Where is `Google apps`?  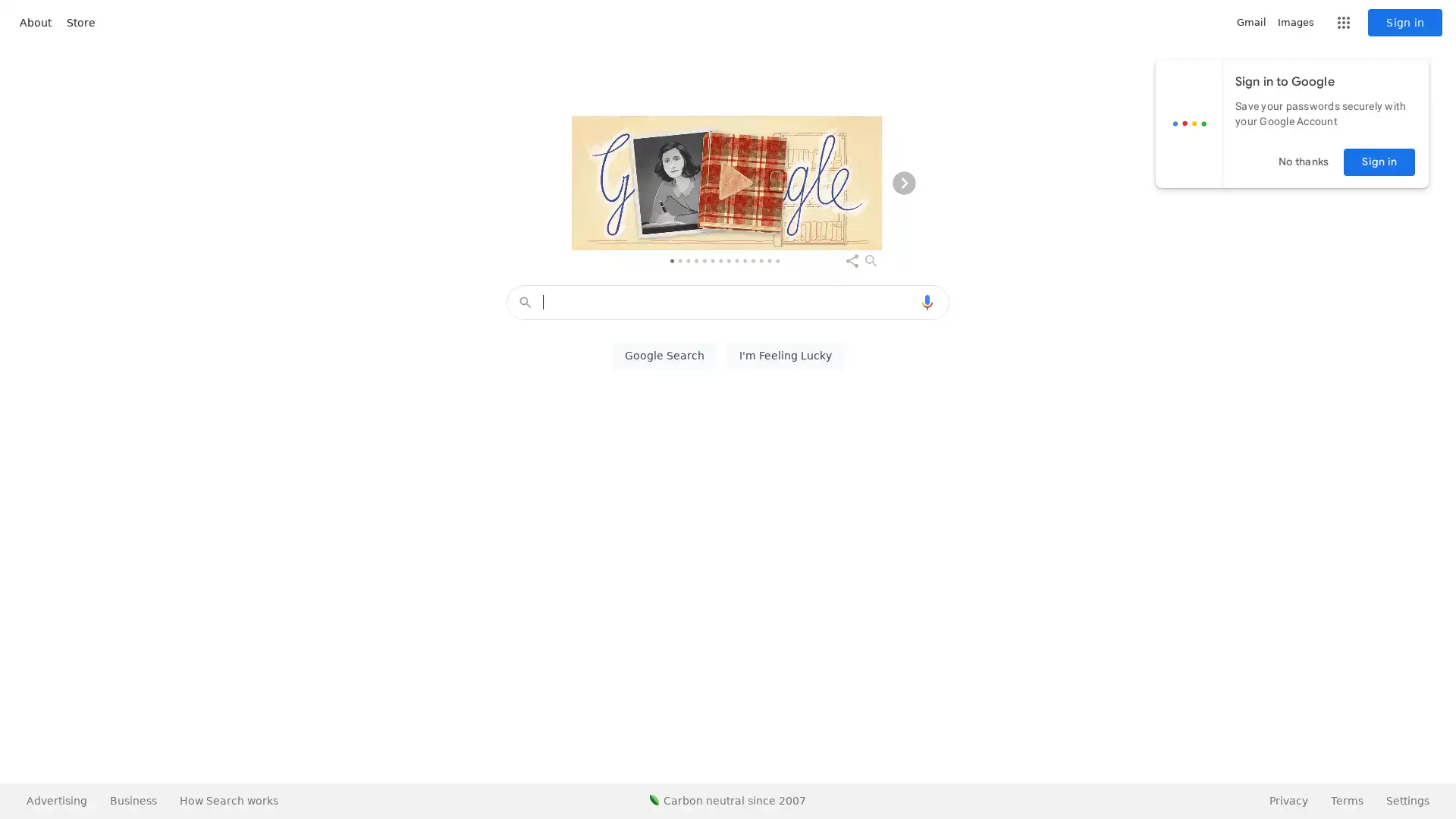
Google apps is located at coordinates (1343, 23).